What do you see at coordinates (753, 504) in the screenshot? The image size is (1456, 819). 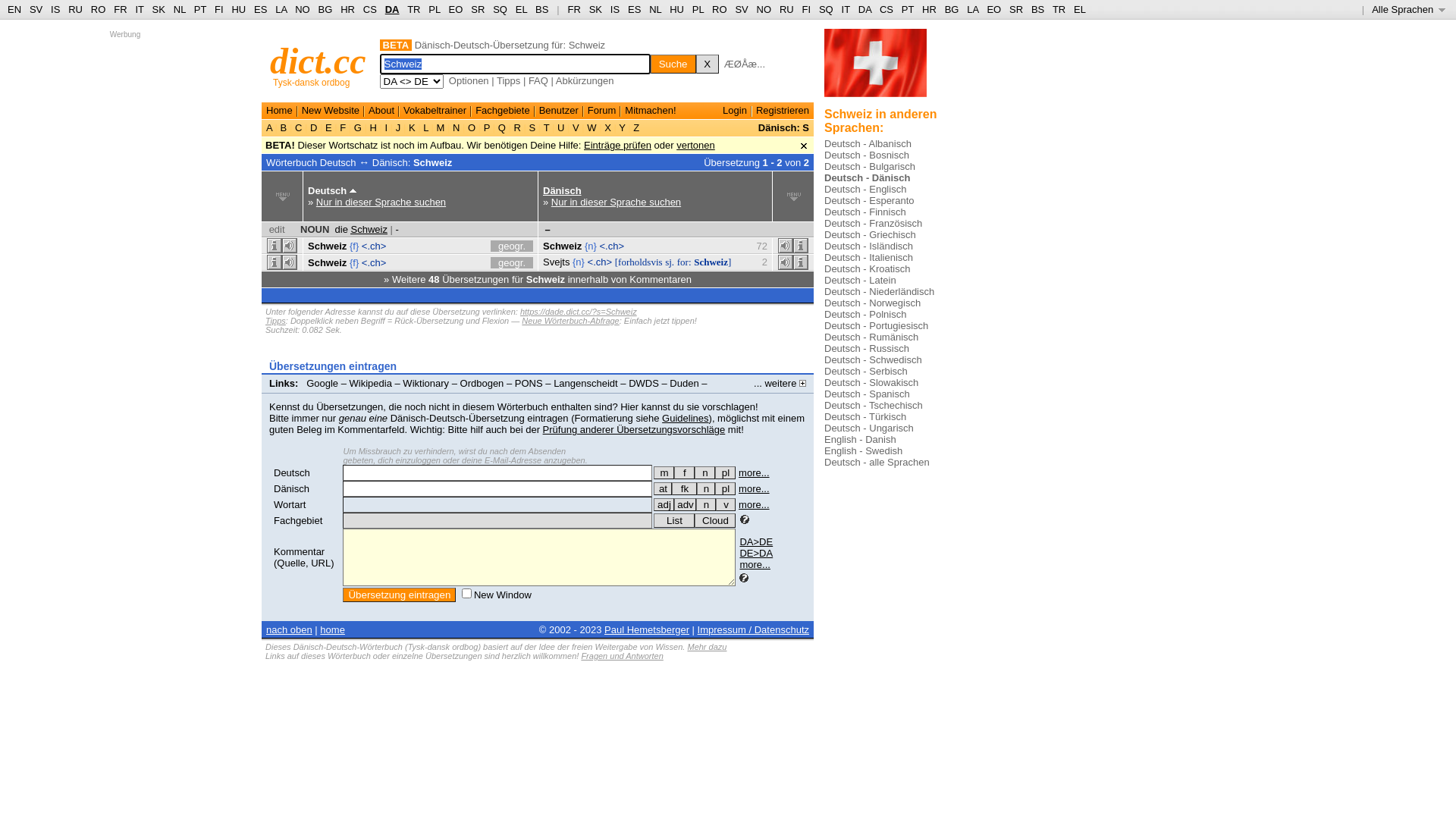 I see `'more...'` at bounding box center [753, 504].